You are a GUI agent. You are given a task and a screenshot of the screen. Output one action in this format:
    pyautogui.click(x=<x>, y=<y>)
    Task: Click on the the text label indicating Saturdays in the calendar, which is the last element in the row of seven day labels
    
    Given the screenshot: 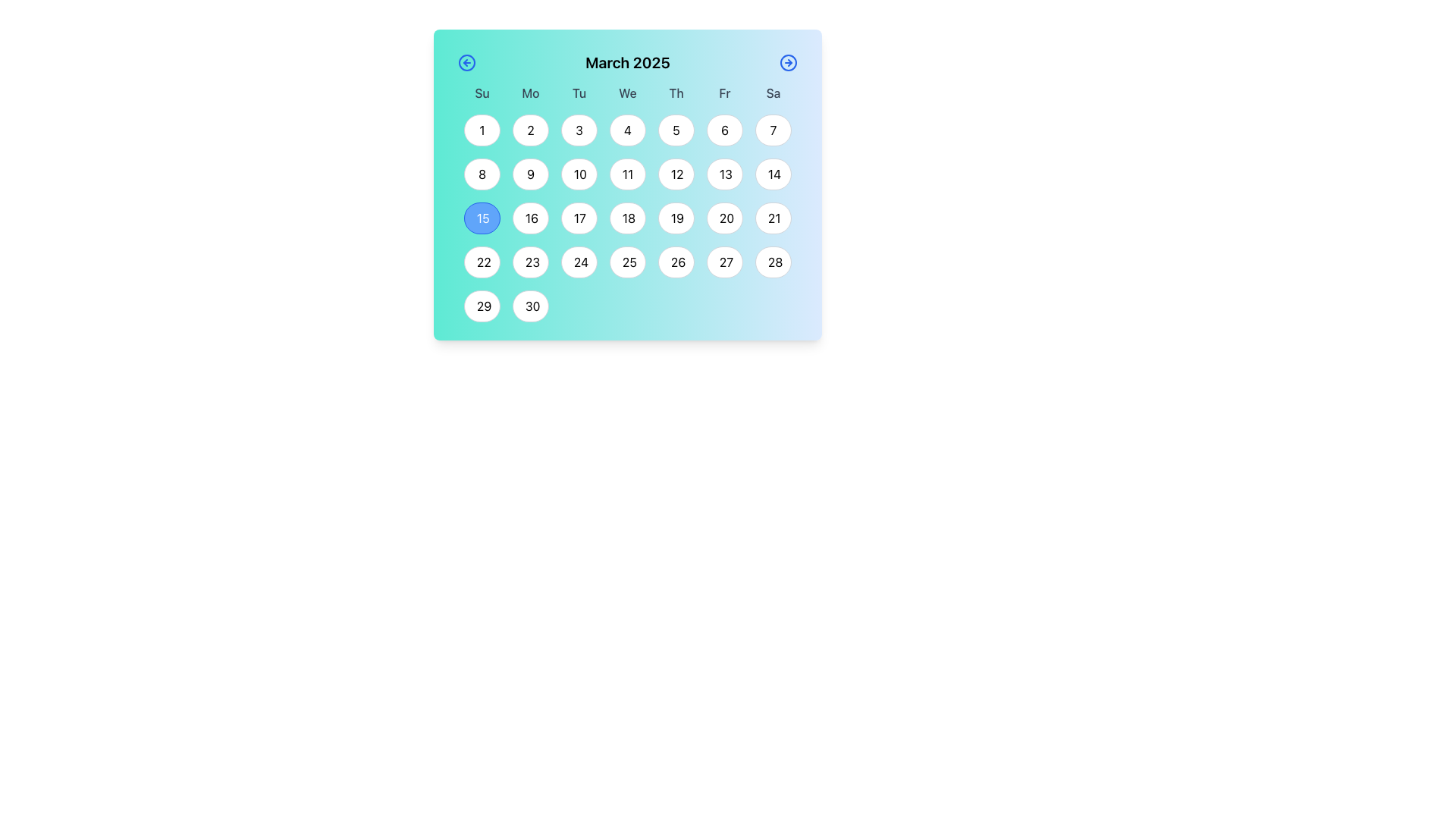 What is the action you would take?
    pyautogui.click(x=773, y=93)
    